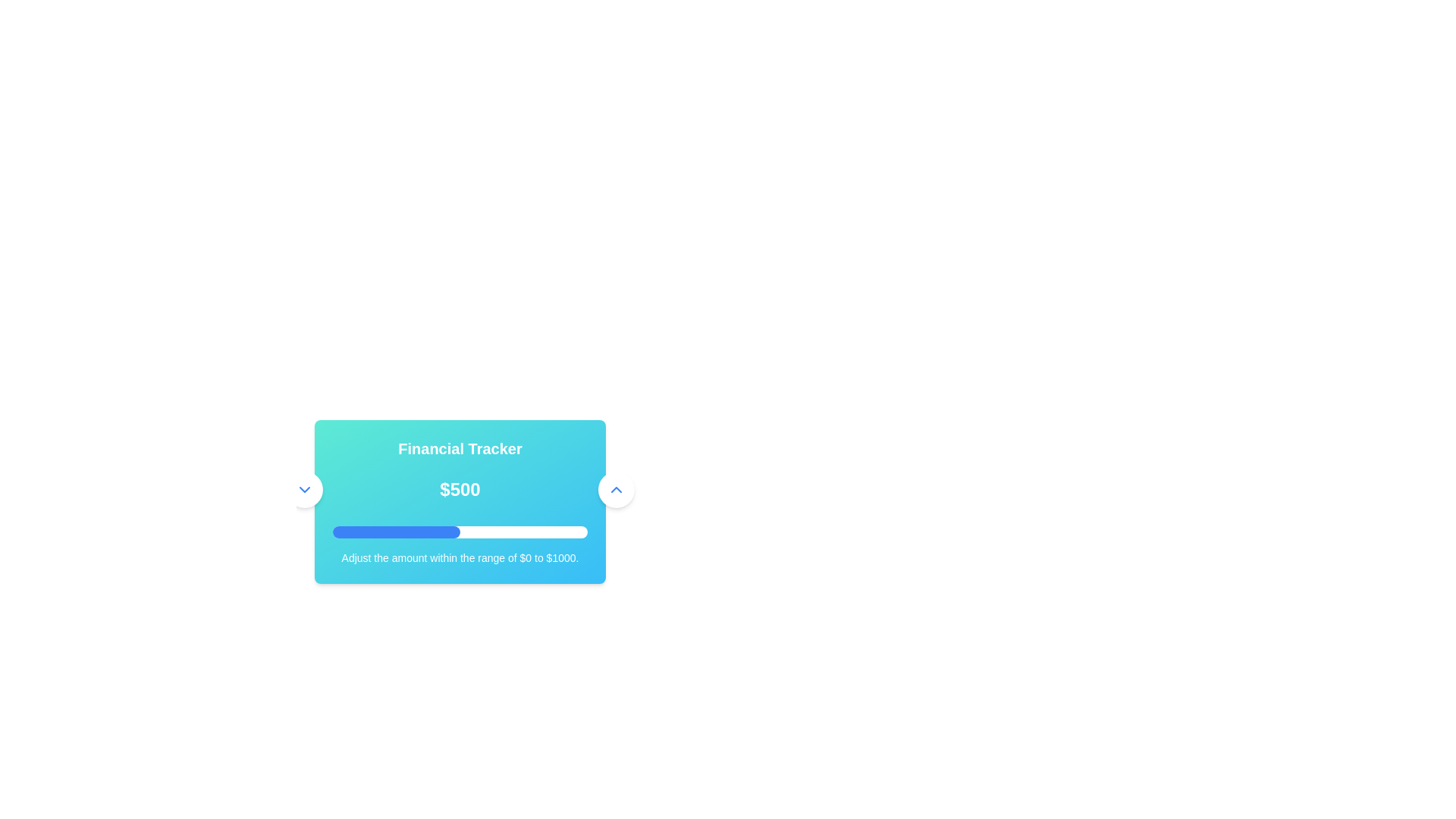  Describe the element at coordinates (546, 532) in the screenshot. I see `the slider` at that location.